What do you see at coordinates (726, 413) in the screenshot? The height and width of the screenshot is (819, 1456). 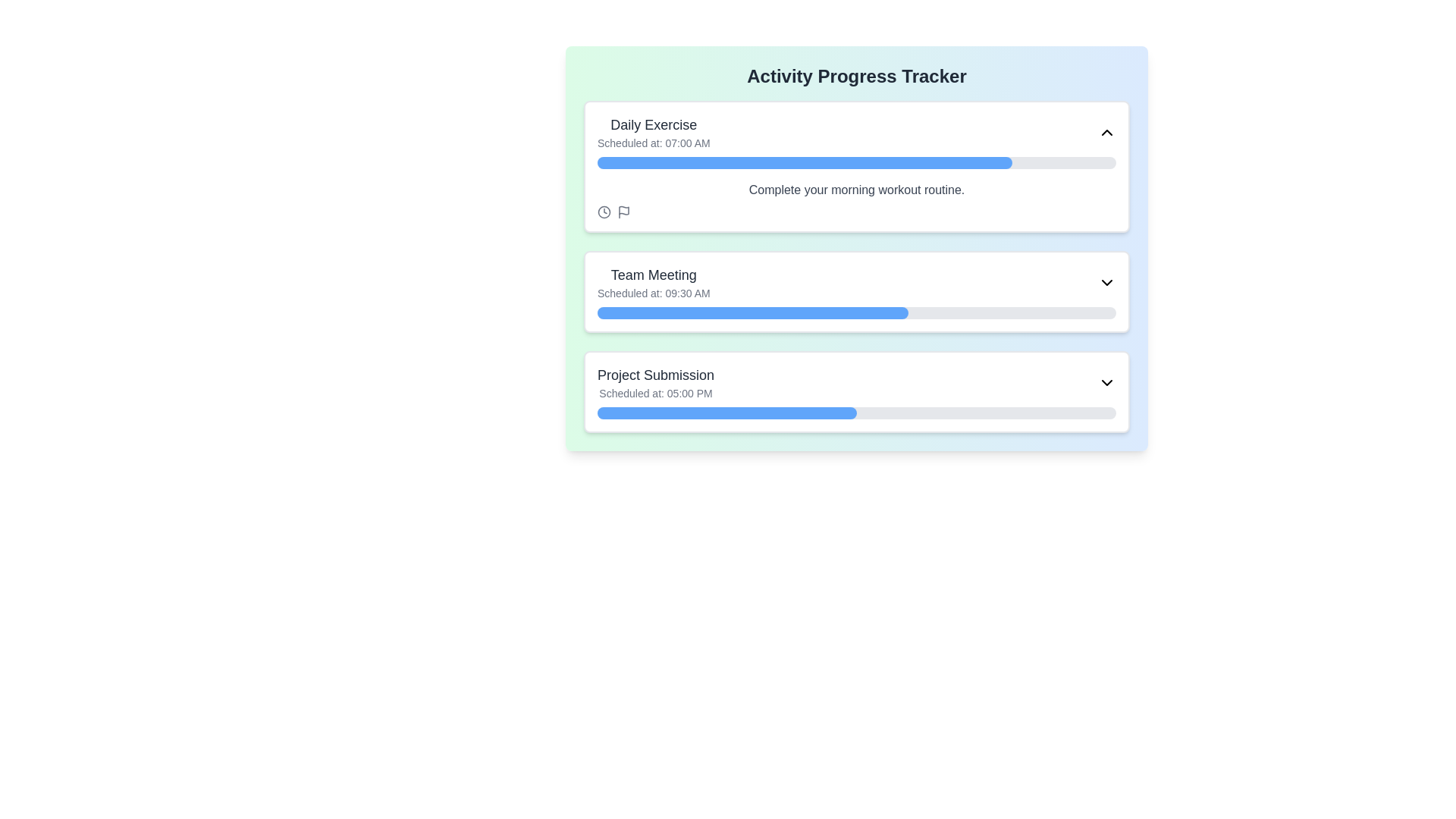 I see `the filled portion of the progress bar within the 'Project Submission' card, which is a horizontally elongated bar filled with a solid blue color` at bounding box center [726, 413].